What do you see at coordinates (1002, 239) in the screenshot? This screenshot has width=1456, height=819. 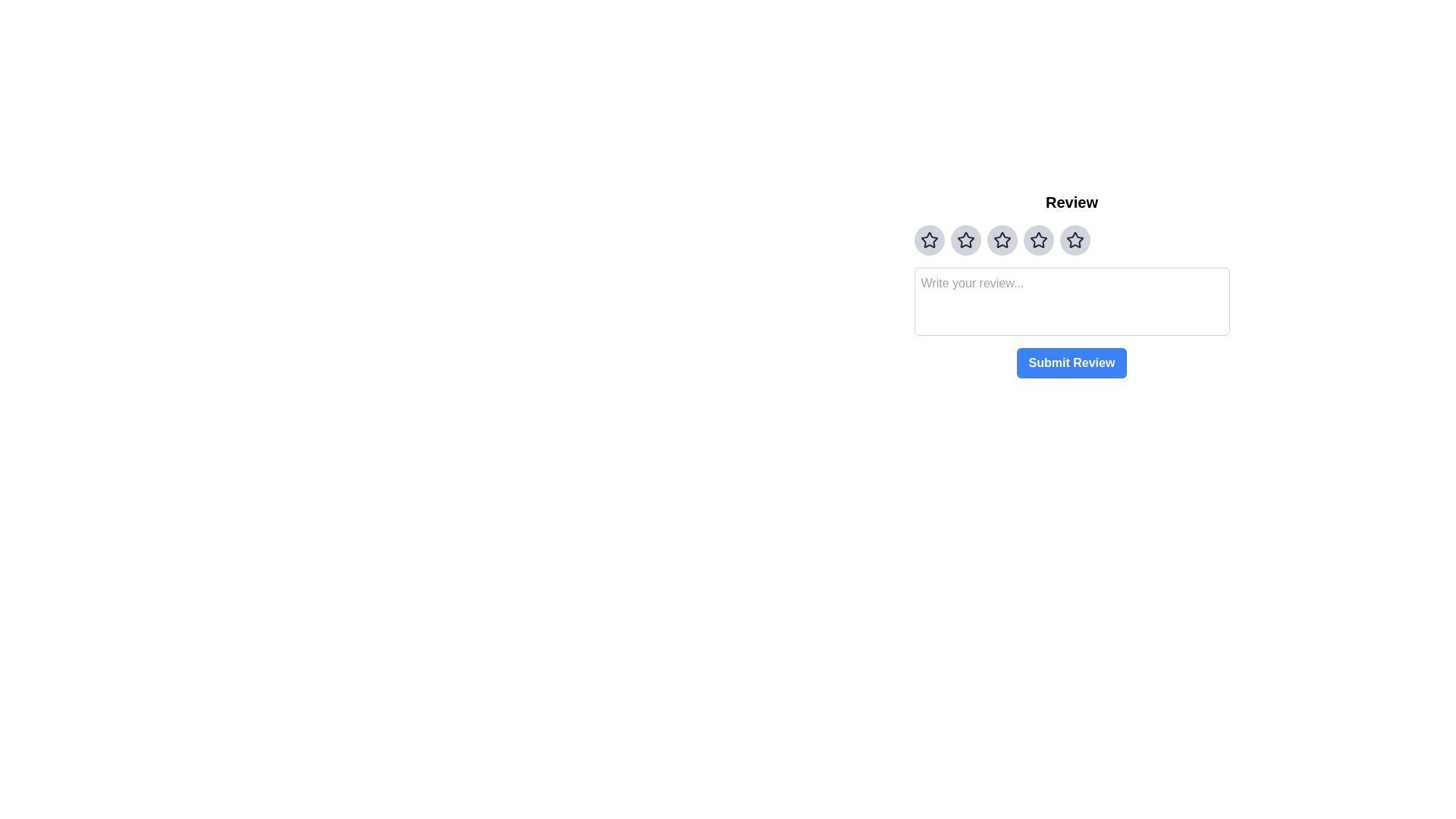 I see `the third star-shaped icon with a gray fill and border` at bounding box center [1002, 239].